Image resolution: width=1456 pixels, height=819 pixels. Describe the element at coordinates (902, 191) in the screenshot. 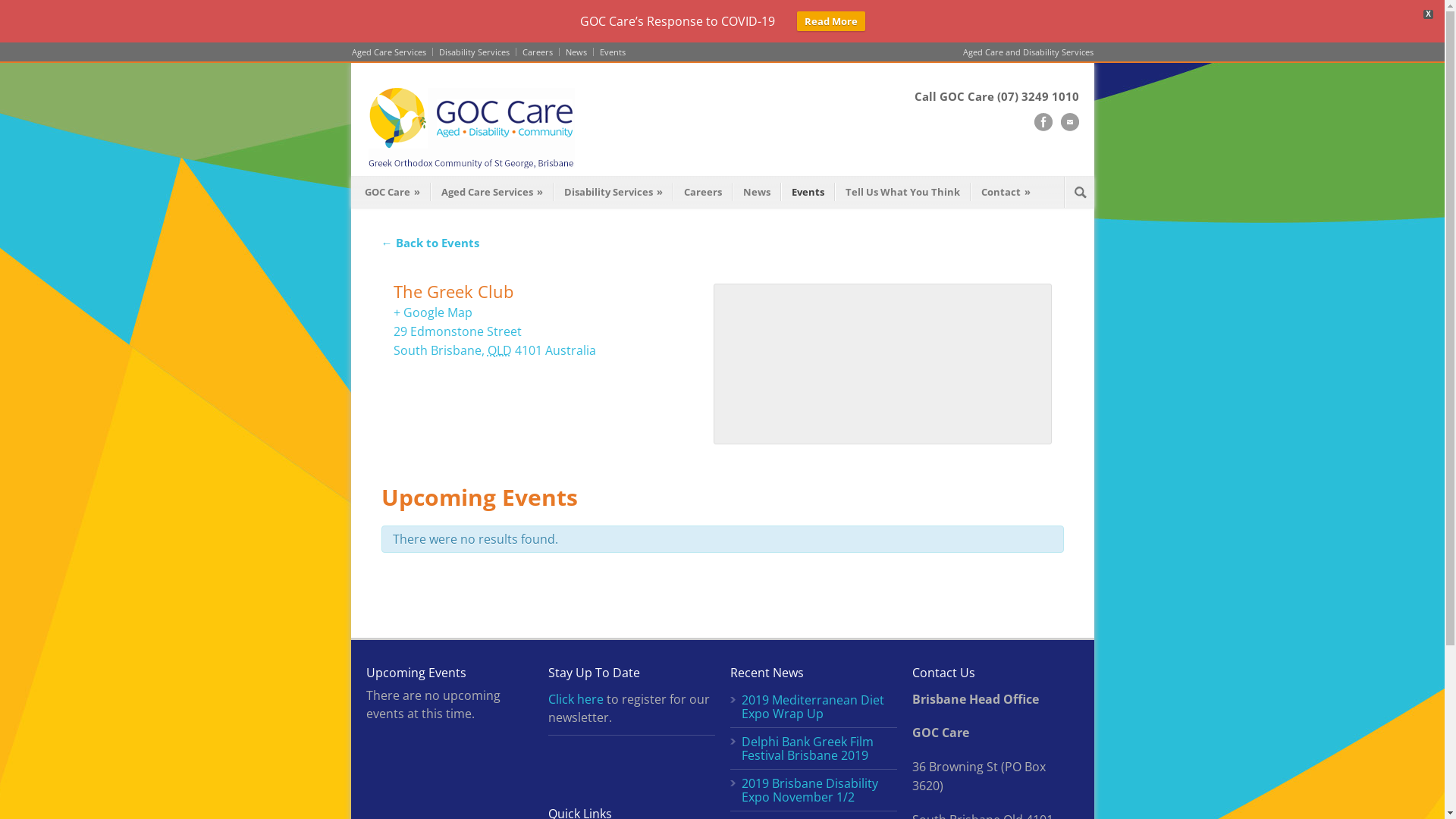

I see `'Tell Us What You Think'` at that location.